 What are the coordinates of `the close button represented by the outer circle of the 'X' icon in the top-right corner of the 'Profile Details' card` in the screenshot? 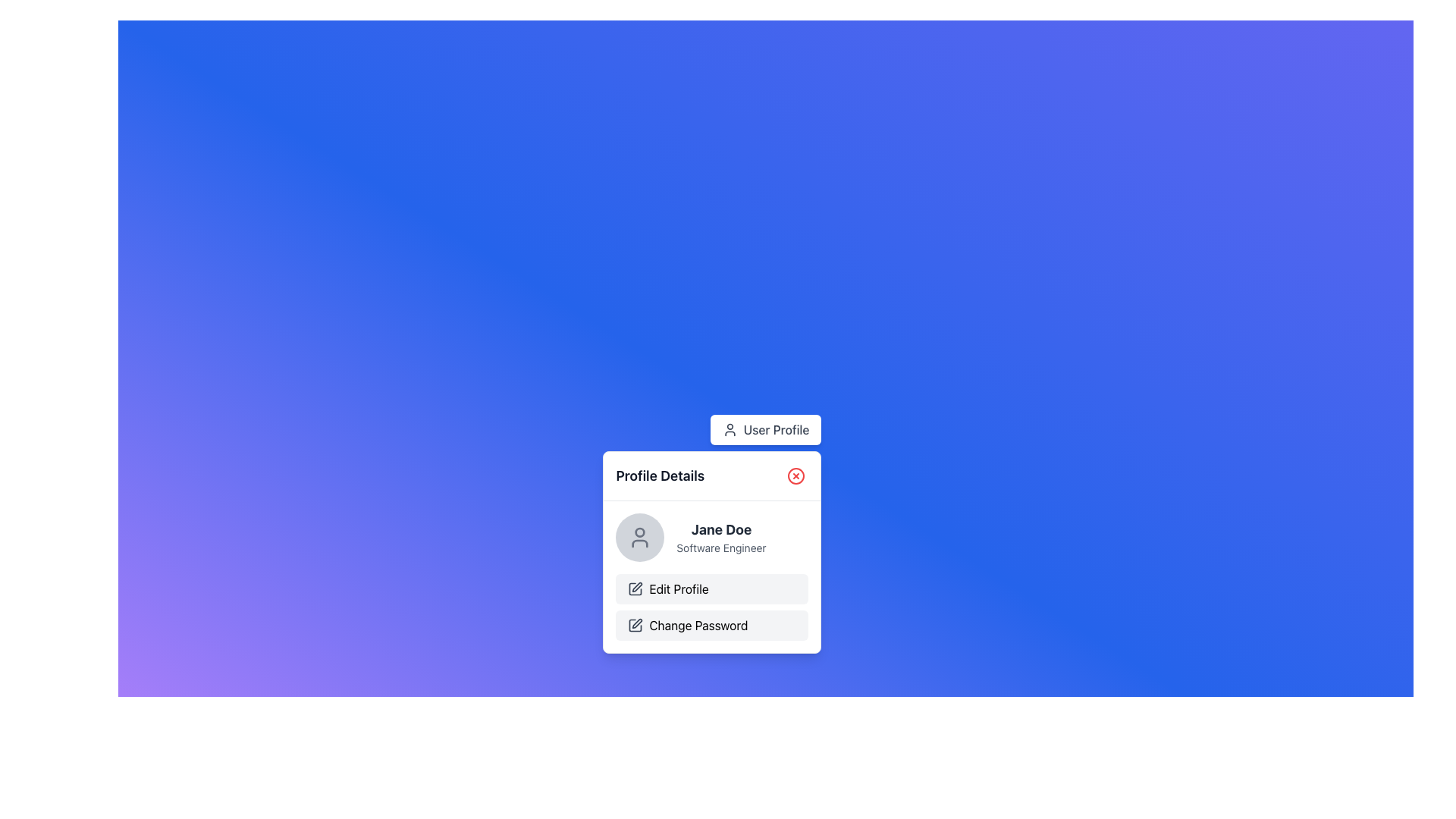 It's located at (795, 475).